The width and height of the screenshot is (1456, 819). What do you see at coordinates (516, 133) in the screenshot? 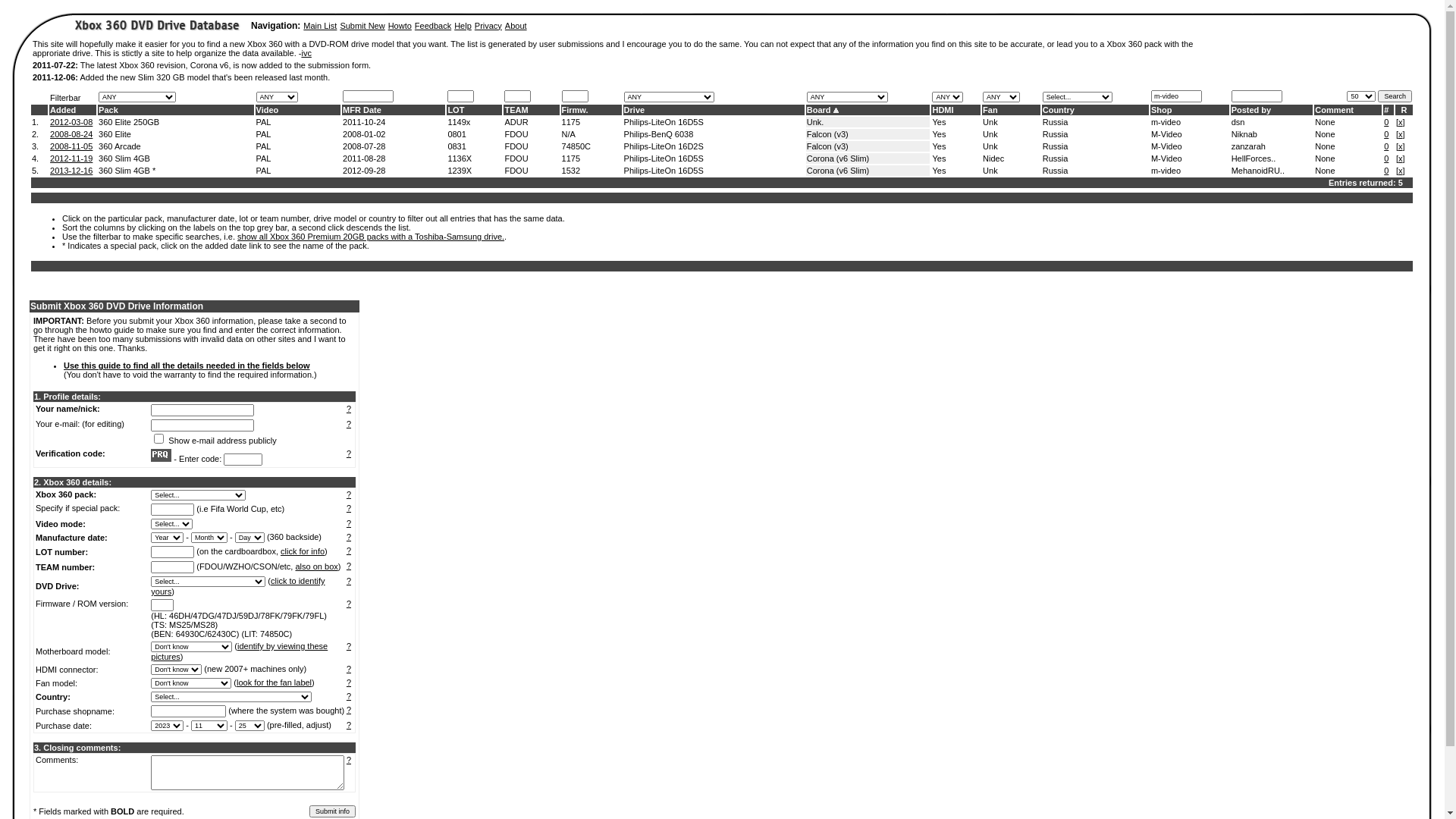
I see `'FDOU'` at bounding box center [516, 133].